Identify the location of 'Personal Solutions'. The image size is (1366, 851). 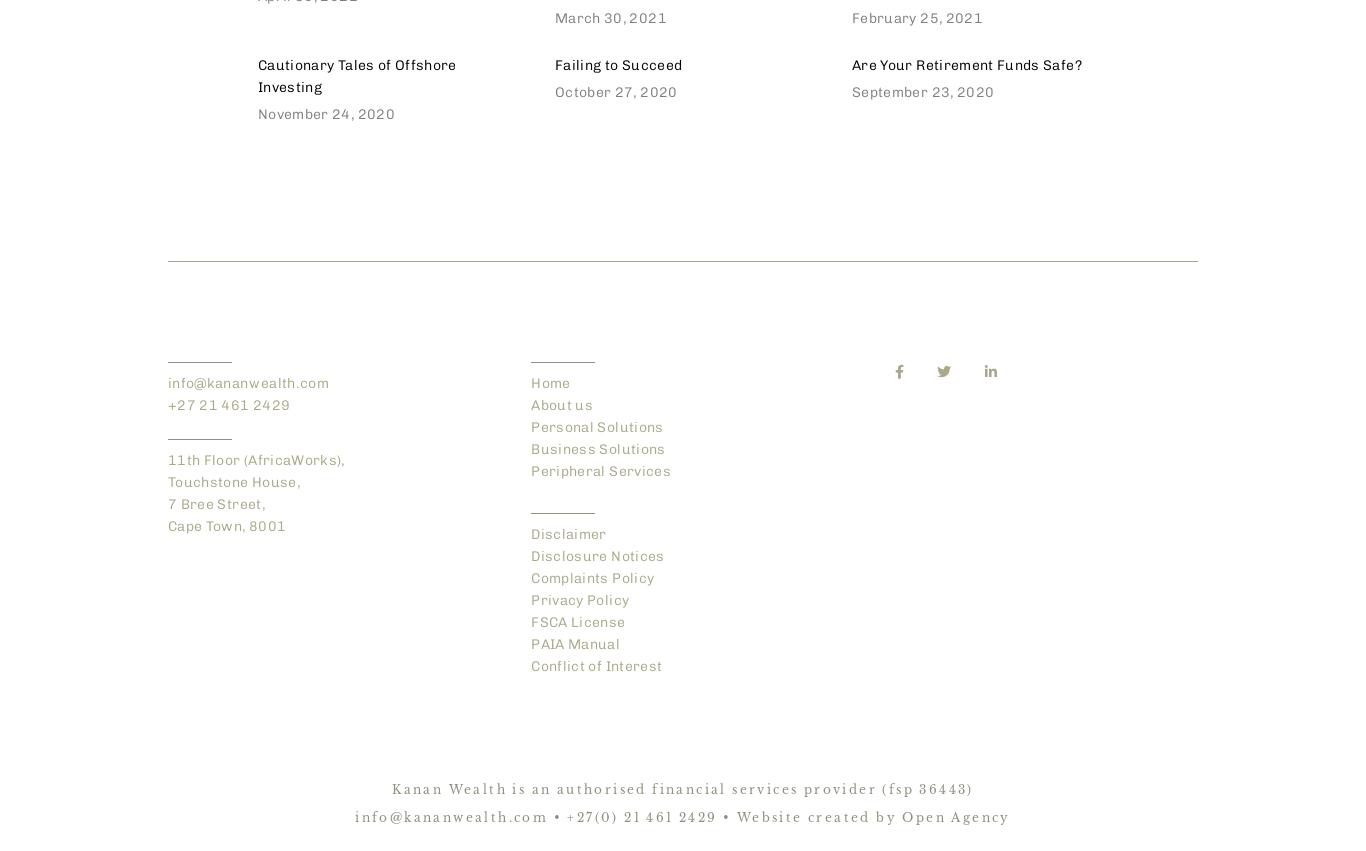
(595, 427).